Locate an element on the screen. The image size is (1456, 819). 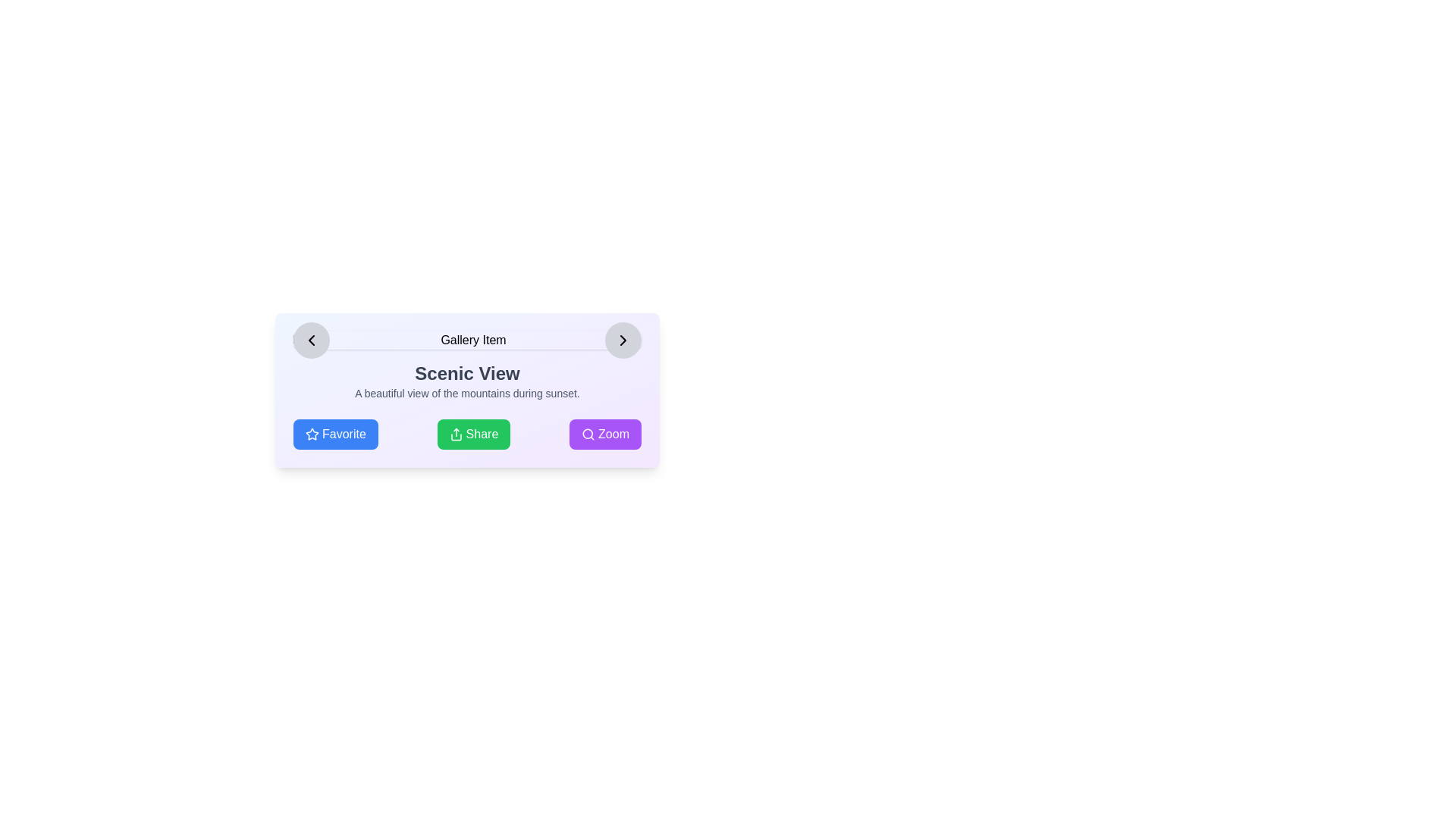
the descriptive text element located below the title 'Scenic View' and above the buttons 'Favorite', 'Share', and 'Zoom' is located at coordinates (466, 393).